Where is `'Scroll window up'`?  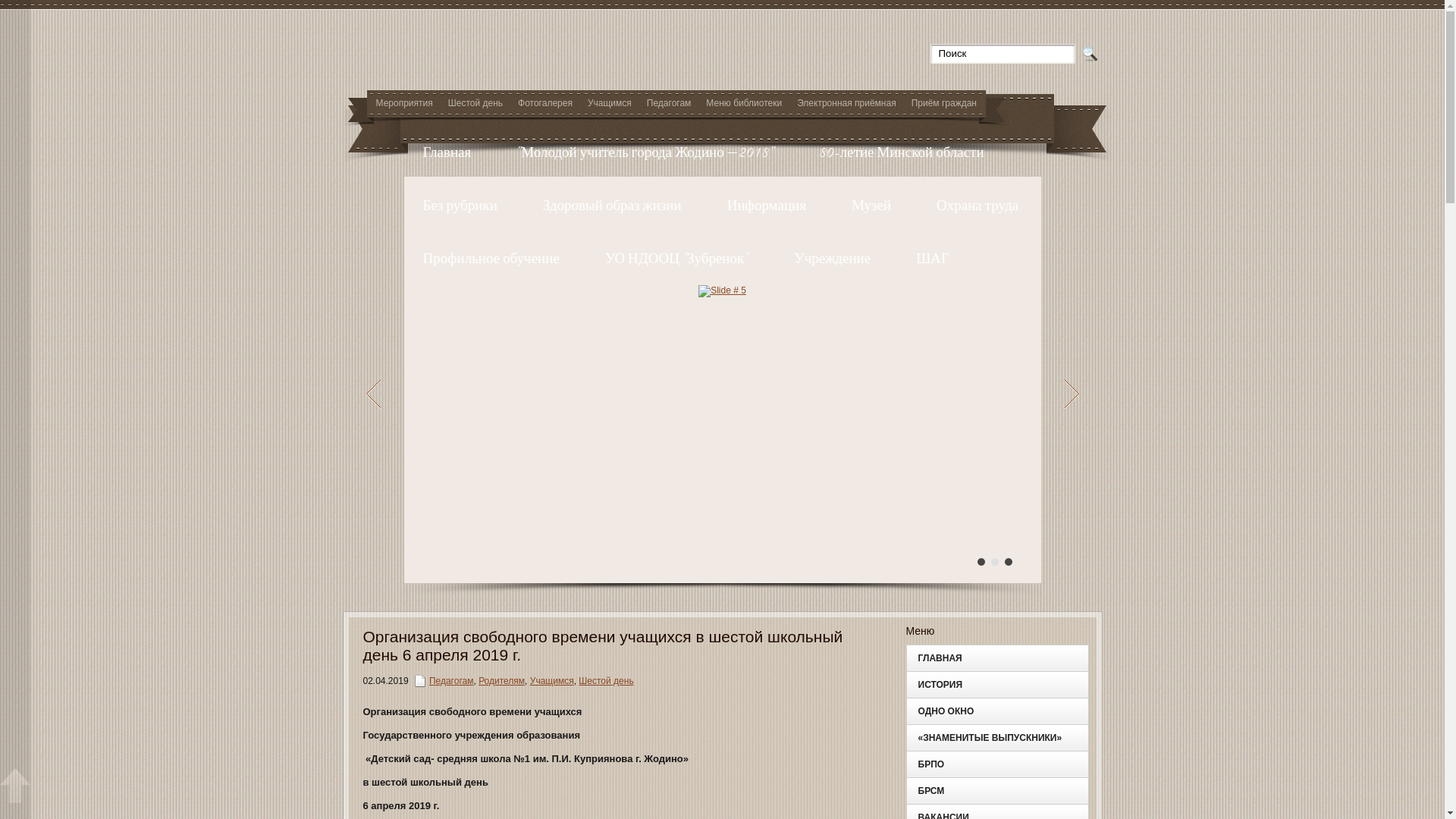 'Scroll window up' is located at coordinates (0, 785).